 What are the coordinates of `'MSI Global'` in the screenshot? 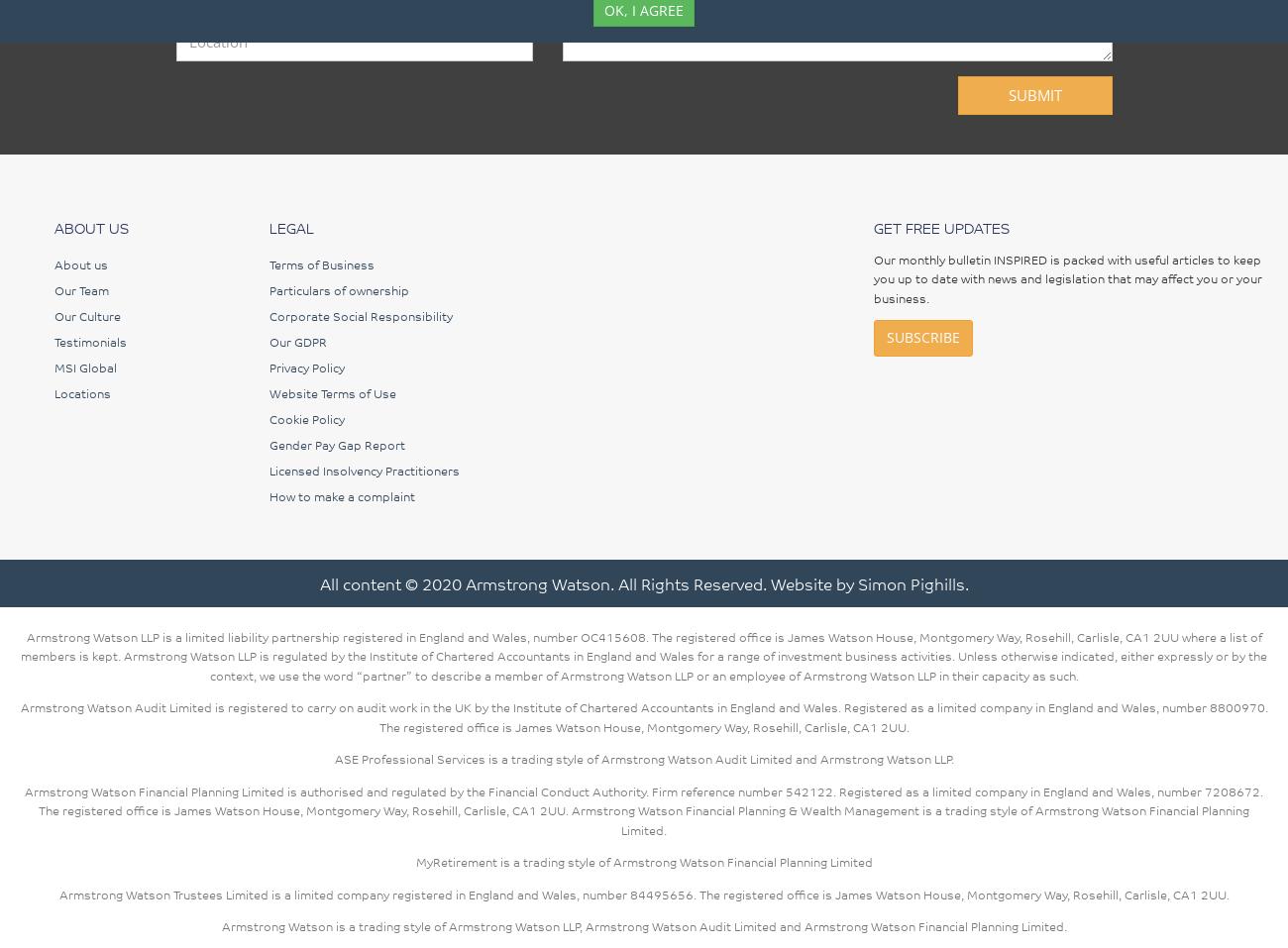 It's located at (85, 366).